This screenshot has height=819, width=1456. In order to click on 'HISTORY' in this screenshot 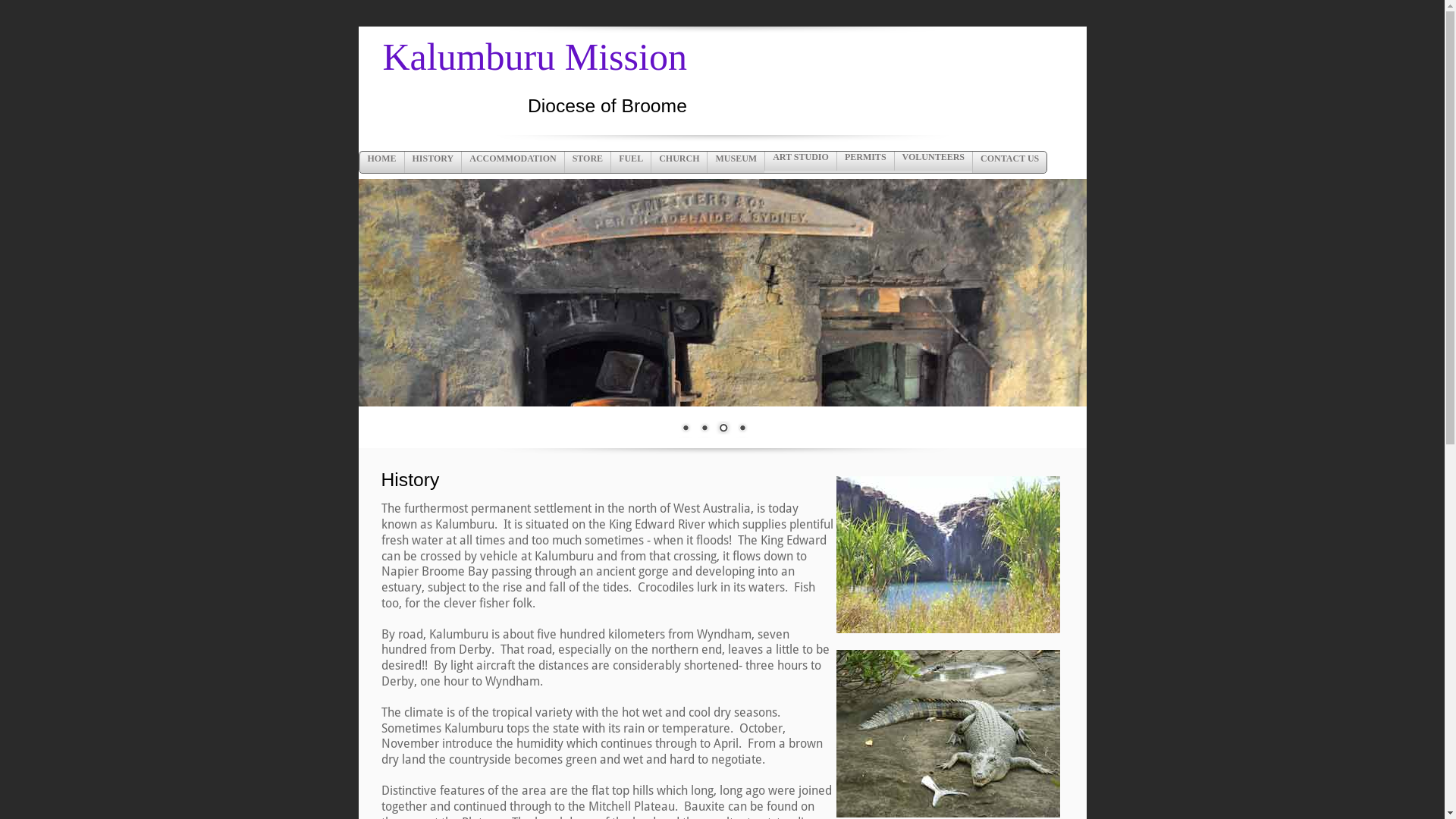, I will do `click(431, 162)`.